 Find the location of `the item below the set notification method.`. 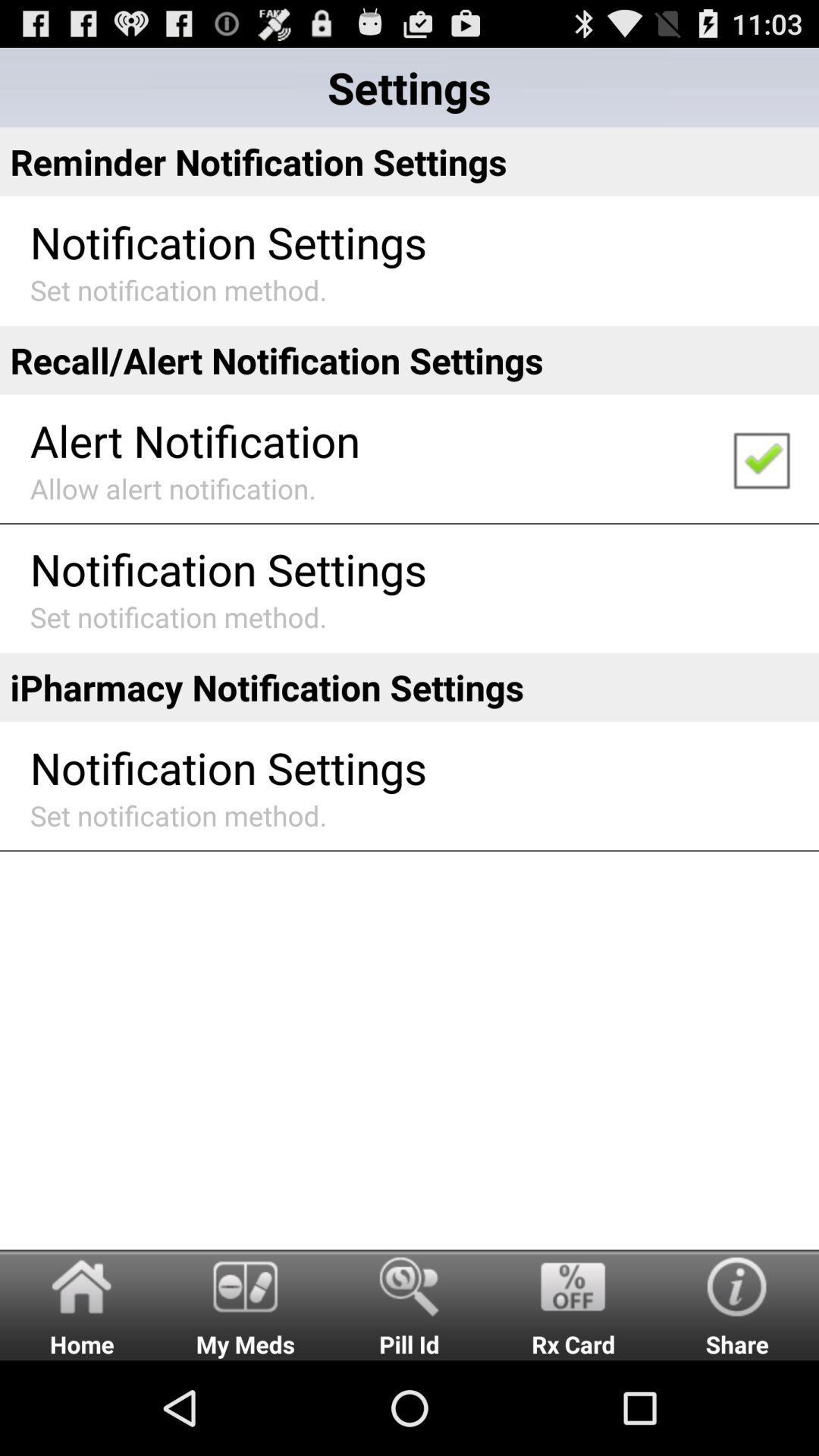

the item below the set notification method. is located at coordinates (409, 359).